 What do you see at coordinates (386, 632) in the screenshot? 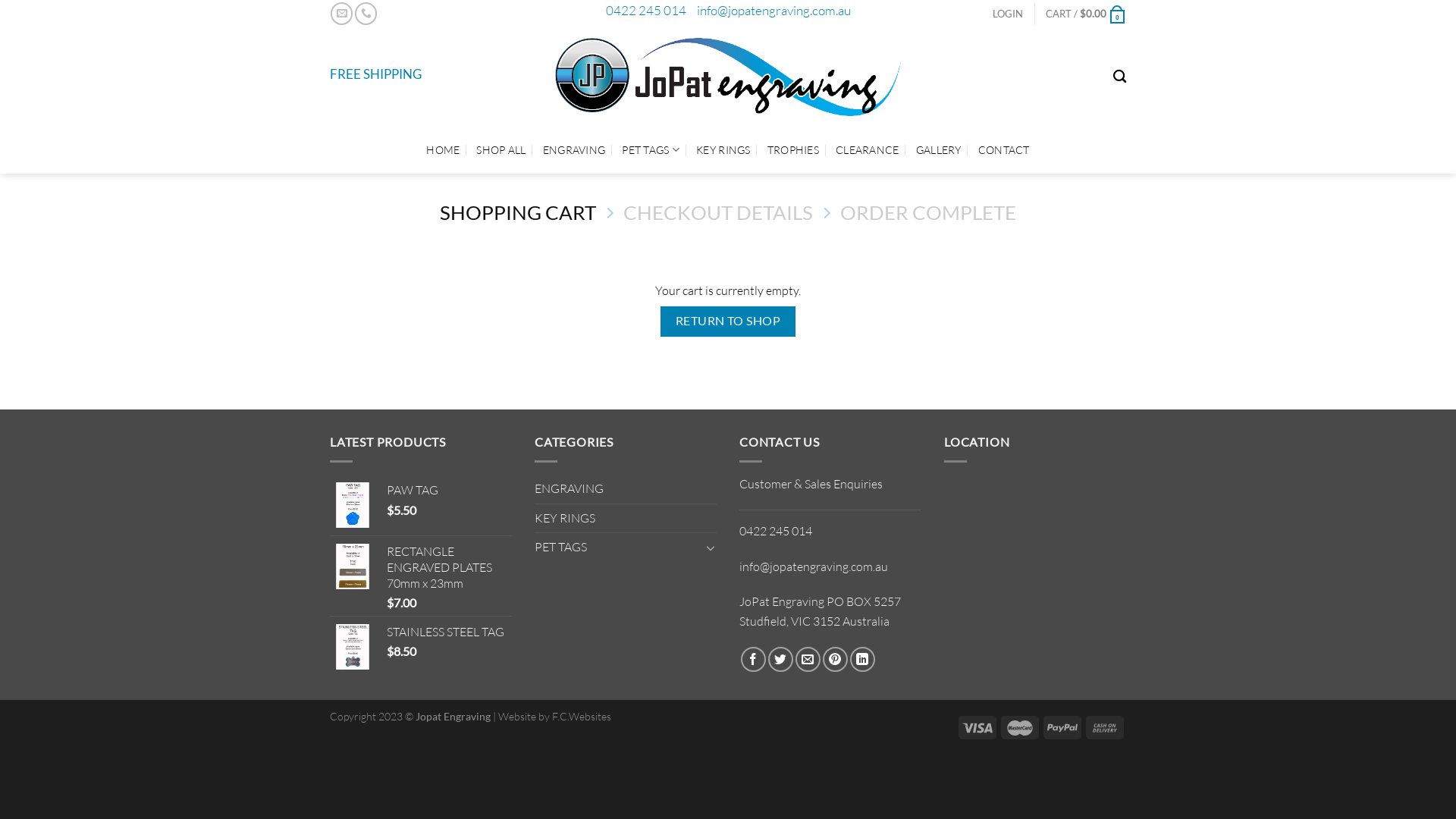
I see `'STAINLESS STEEL TAG'` at bounding box center [386, 632].